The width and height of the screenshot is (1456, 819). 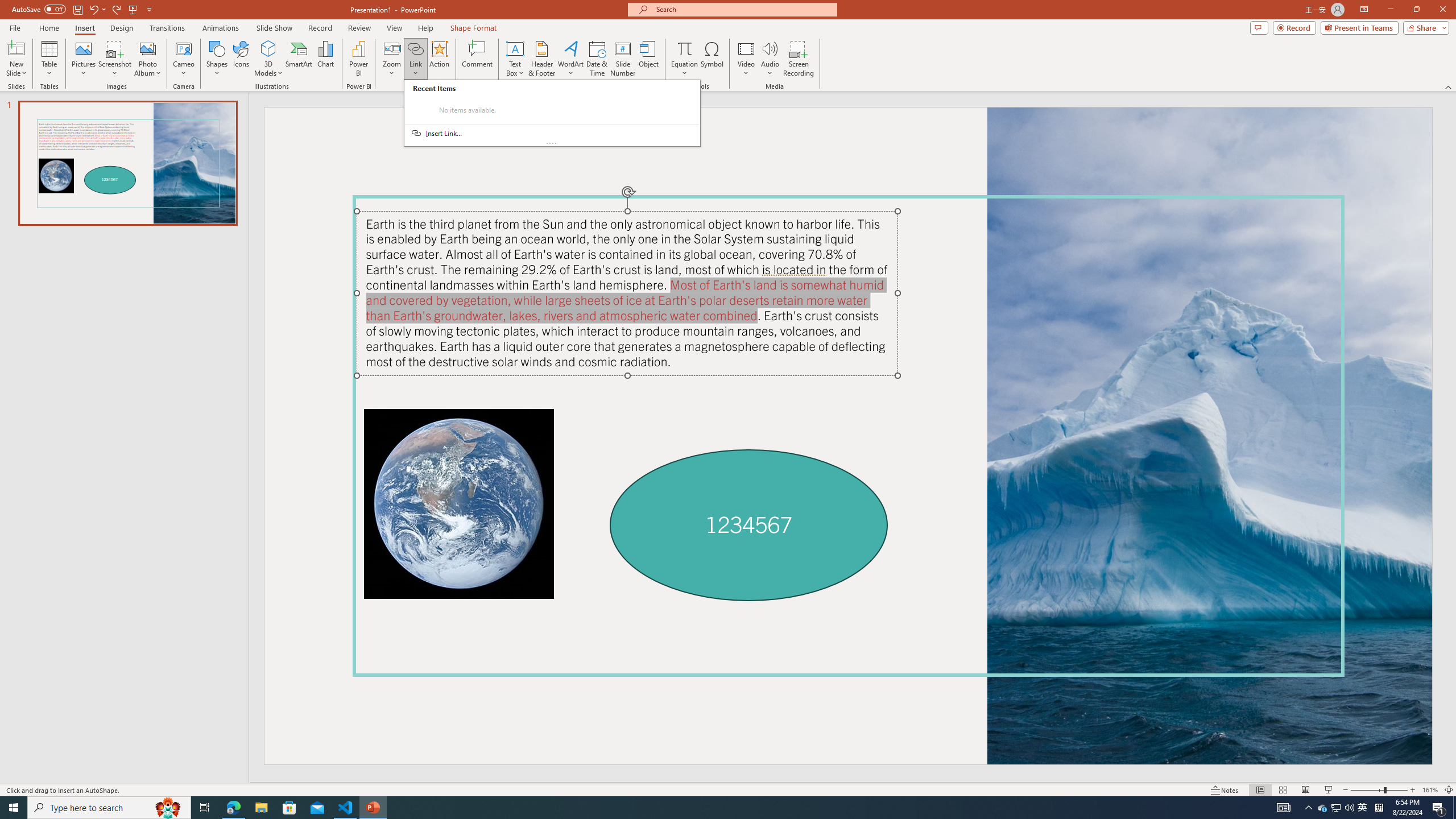 What do you see at coordinates (147, 59) in the screenshot?
I see `'Photo Album...'` at bounding box center [147, 59].